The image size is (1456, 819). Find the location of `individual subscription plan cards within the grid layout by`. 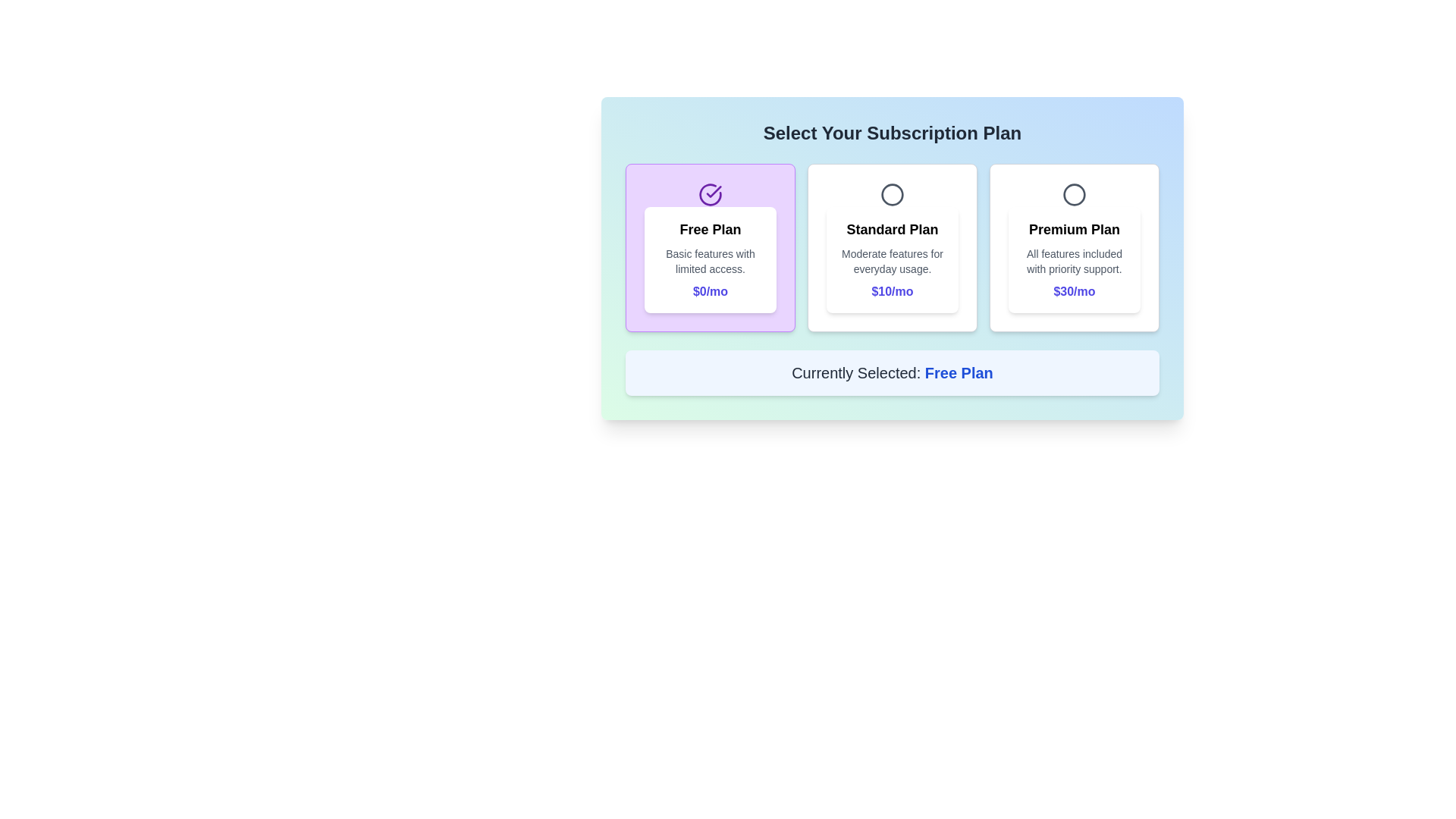

individual subscription plan cards within the grid layout by is located at coordinates (892, 247).